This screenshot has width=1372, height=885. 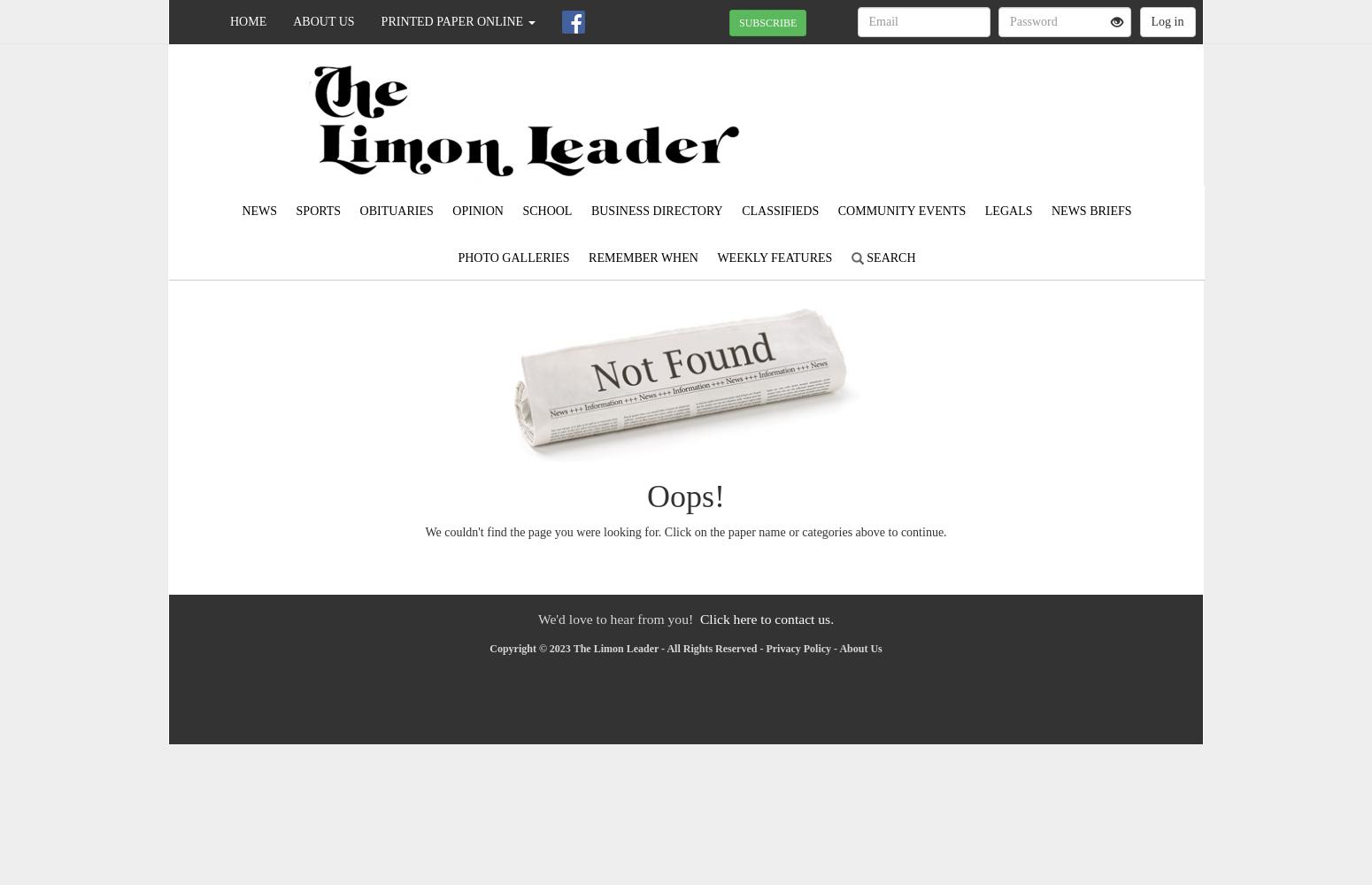 What do you see at coordinates (656, 210) in the screenshot?
I see `'Business Directory'` at bounding box center [656, 210].